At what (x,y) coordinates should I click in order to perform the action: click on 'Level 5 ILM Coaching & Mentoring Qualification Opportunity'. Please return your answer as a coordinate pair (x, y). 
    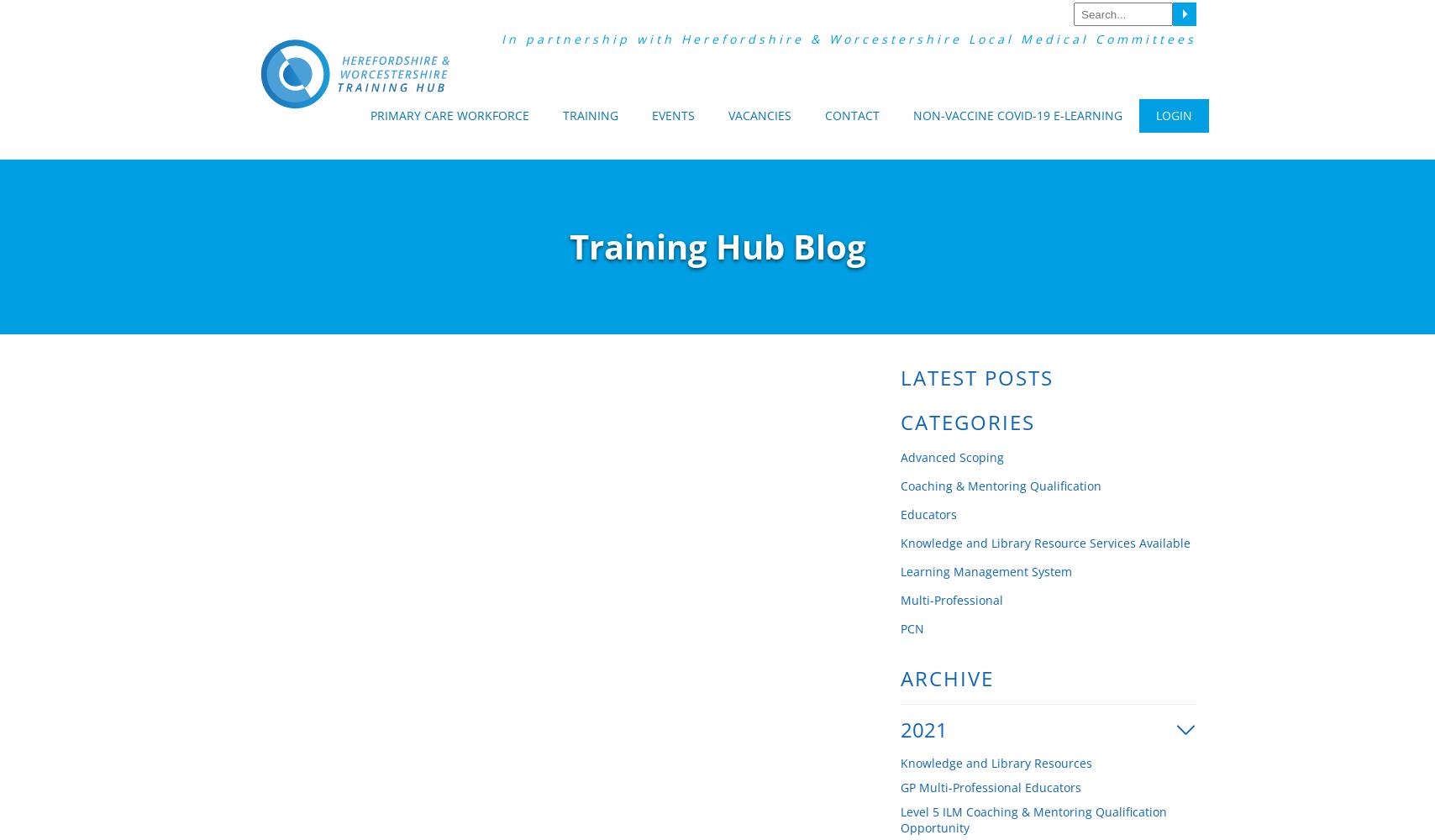
    Looking at the image, I should click on (1033, 819).